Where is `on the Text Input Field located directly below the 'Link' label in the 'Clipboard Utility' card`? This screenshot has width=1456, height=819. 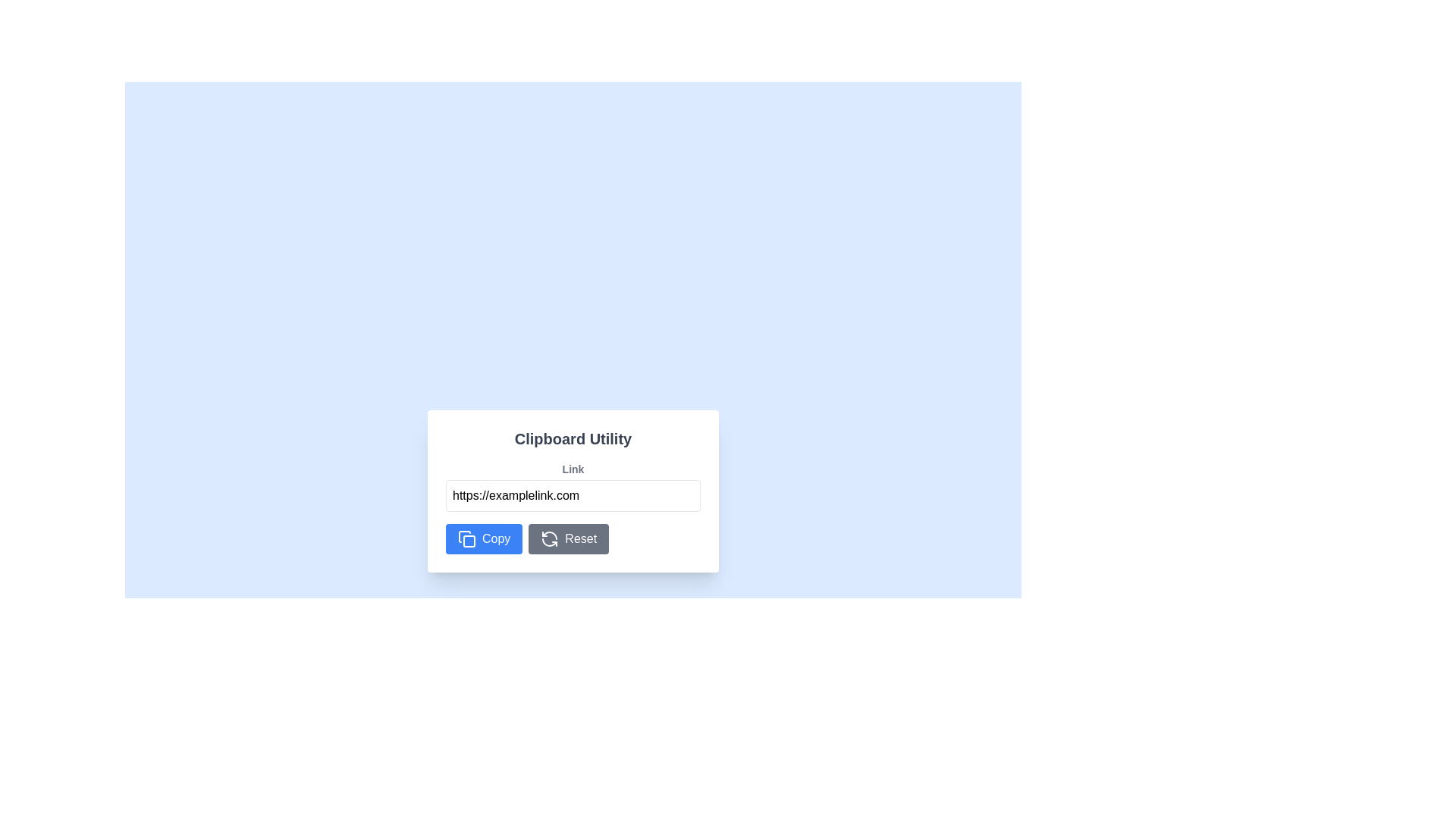
on the Text Input Field located directly below the 'Link' label in the 'Clipboard Utility' card is located at coordinates (572, 496).